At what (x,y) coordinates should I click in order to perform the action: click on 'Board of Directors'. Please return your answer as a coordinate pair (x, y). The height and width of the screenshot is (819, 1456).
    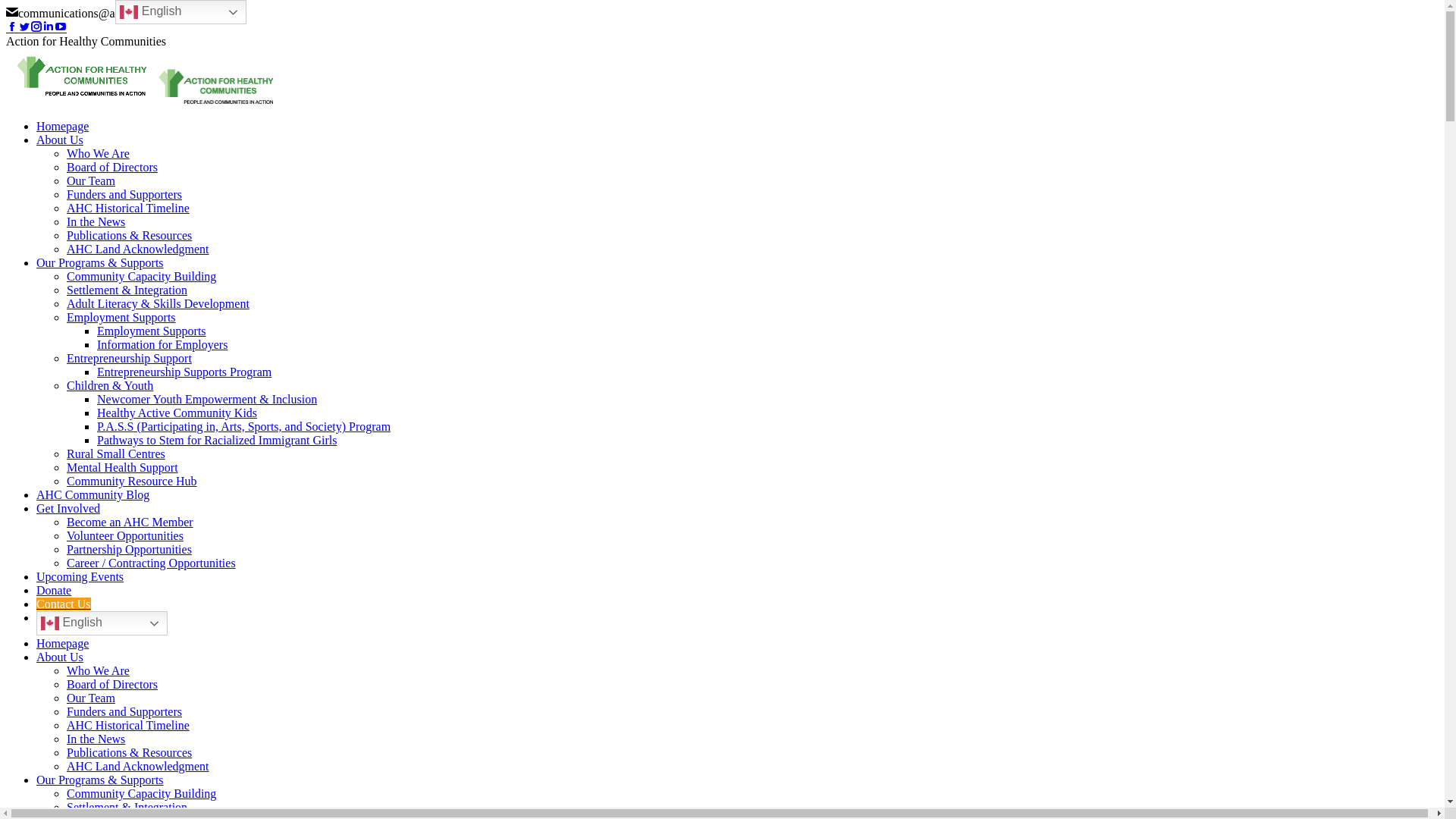
    Looking at the image, I should click on (111, 684).